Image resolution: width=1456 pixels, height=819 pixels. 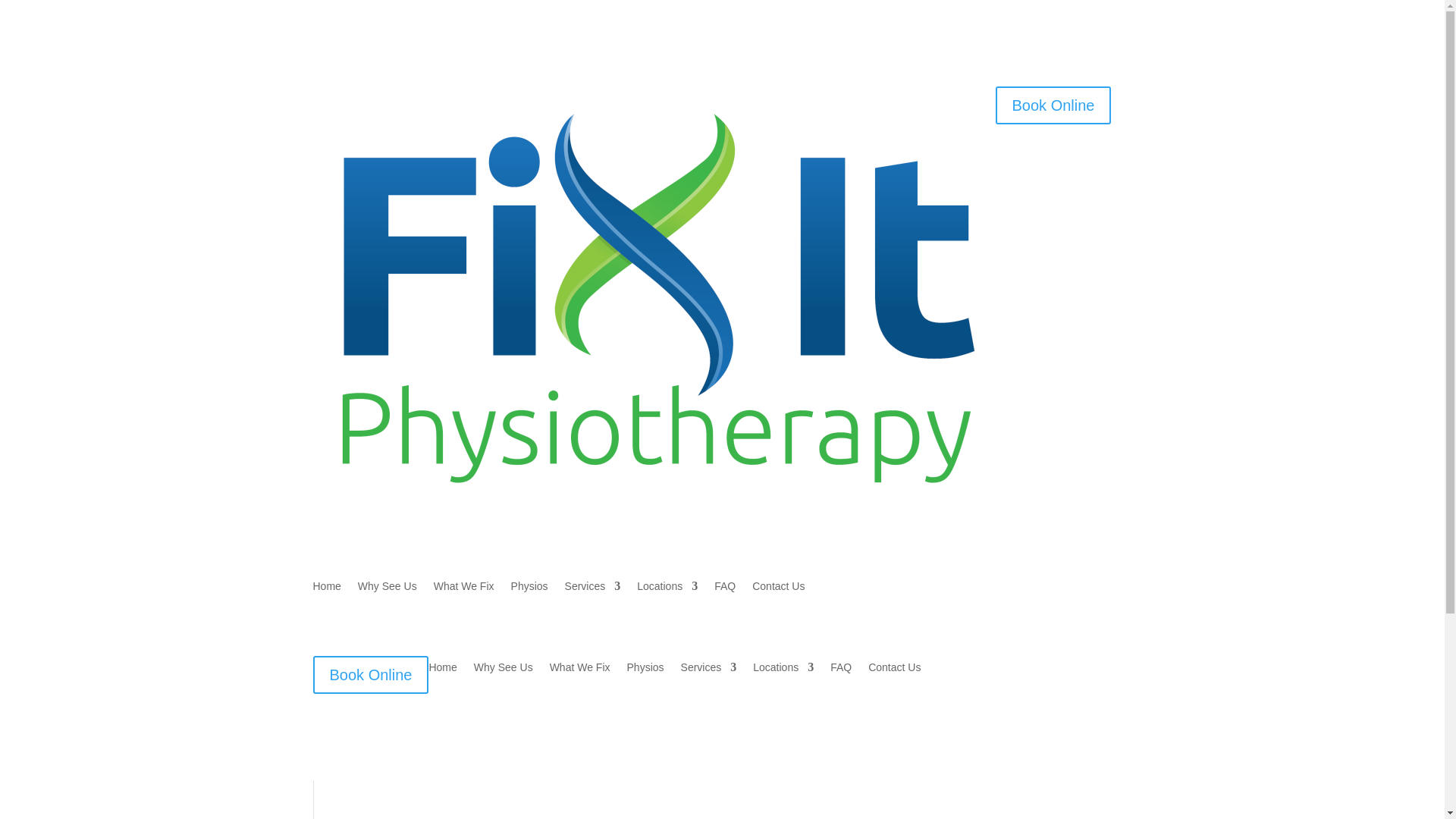 I want to click on 'Locations', so click(x=667, y=588).